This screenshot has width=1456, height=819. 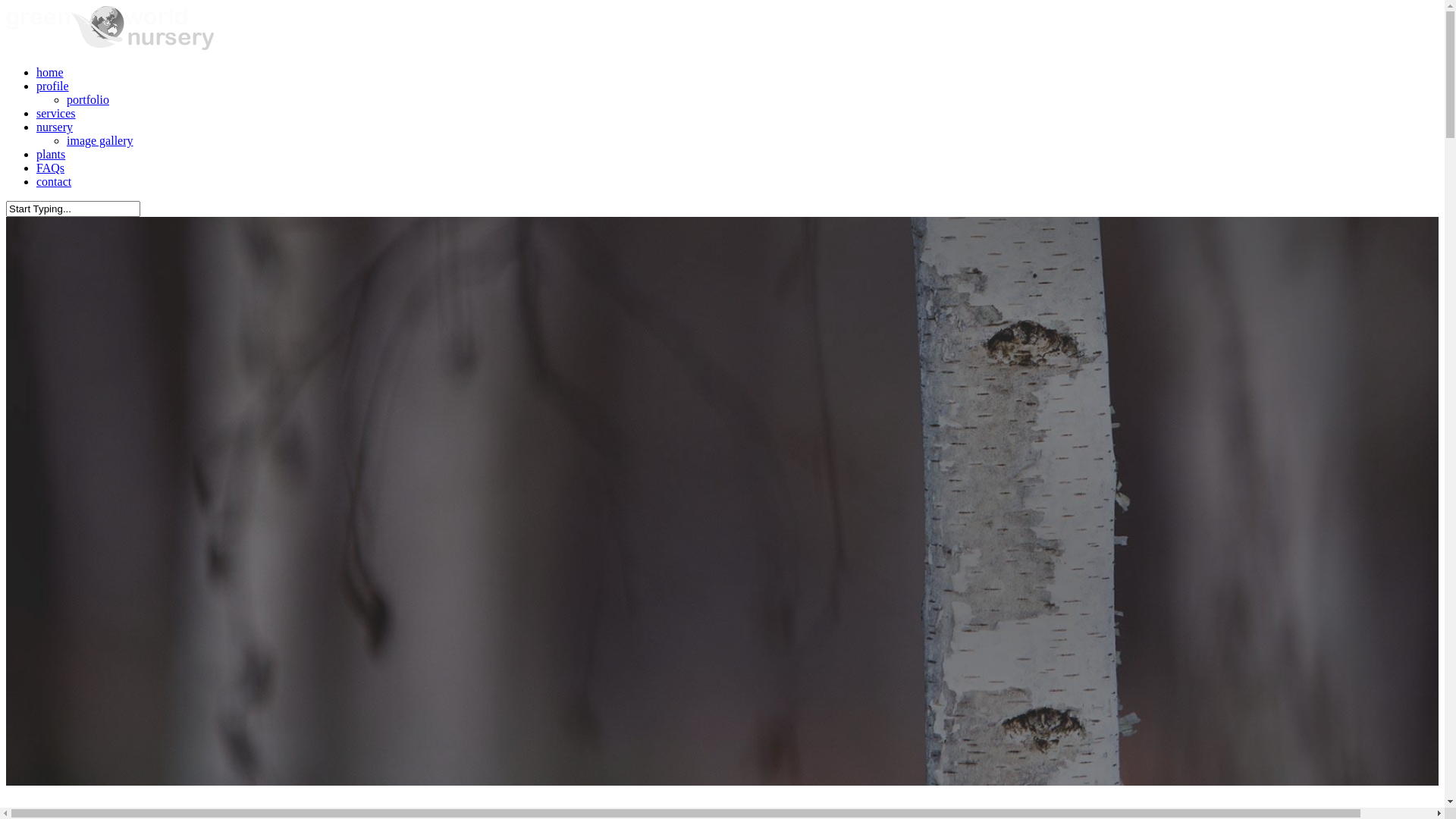 What do you see at coordinates (52, 86) in the screenshot?
I see `'profile'` at bounding box center [52, 86].